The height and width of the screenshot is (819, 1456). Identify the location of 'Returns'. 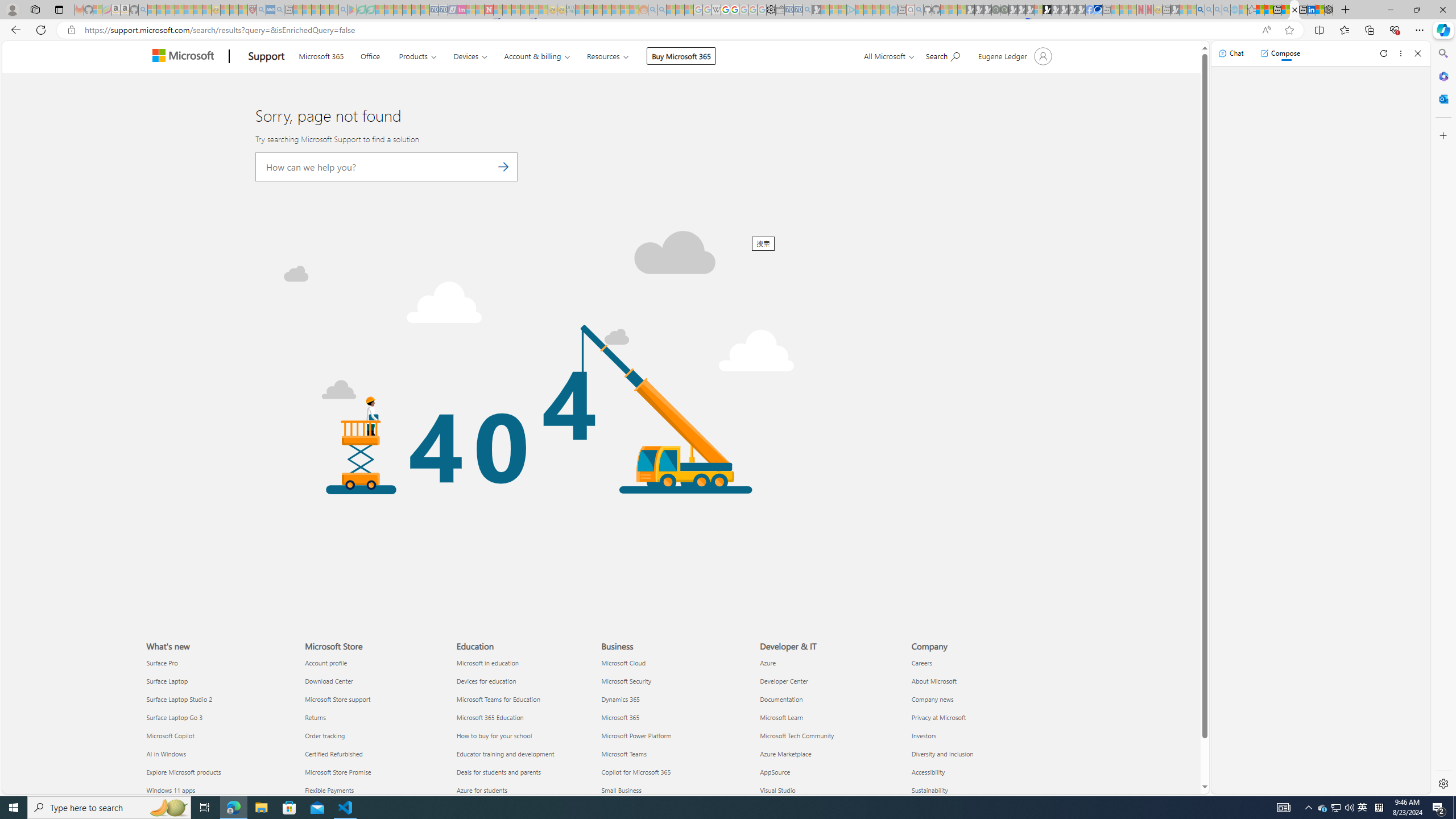
(373, 717).